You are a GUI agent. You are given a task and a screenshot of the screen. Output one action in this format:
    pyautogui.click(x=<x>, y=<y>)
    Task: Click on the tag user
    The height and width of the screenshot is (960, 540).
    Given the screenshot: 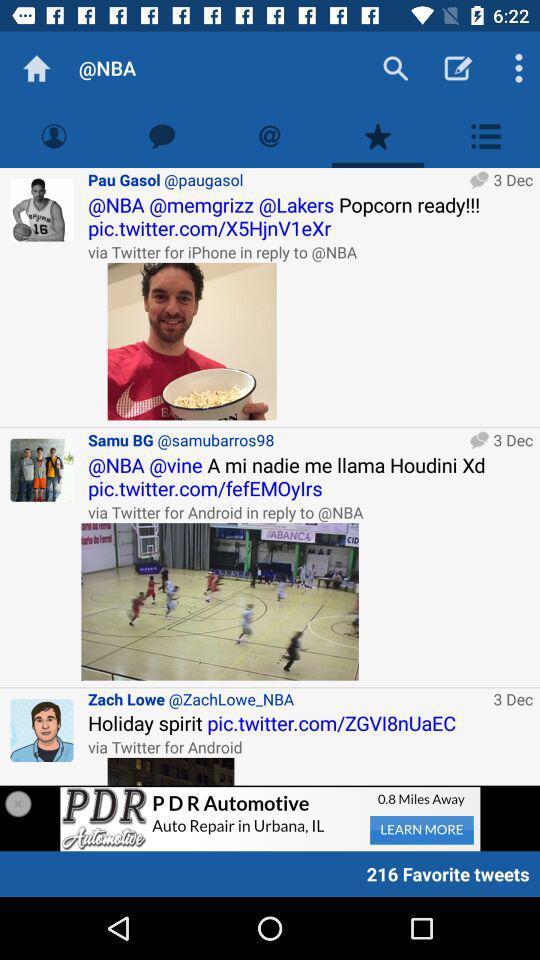 What is the action you would take?
    pyautogui.click(x=270, y=135)
    